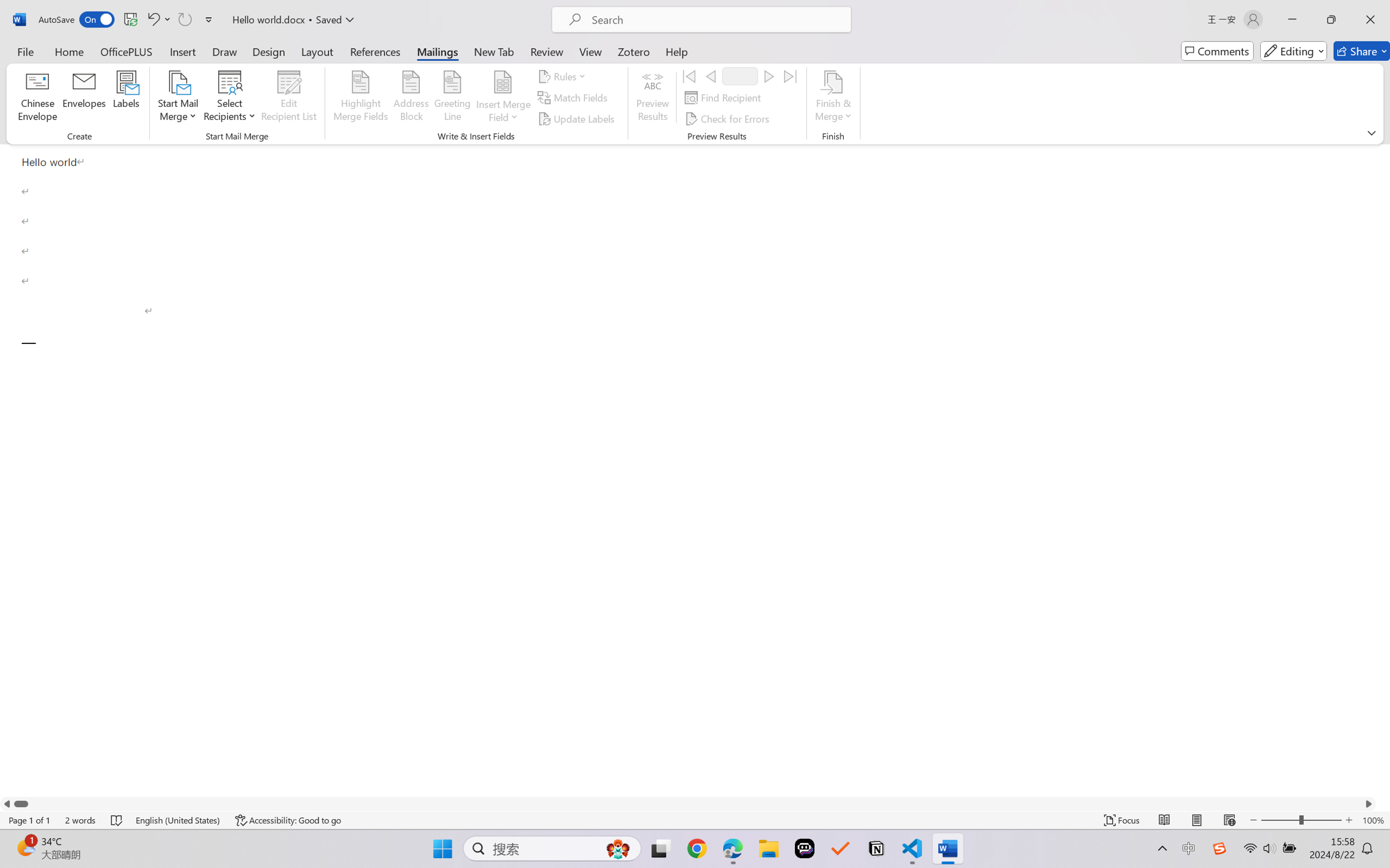 The image size is (1390, 868). Describe the element at coordinates (84, 98) in the screenshot. I see `'Envelopes...'` at that location.